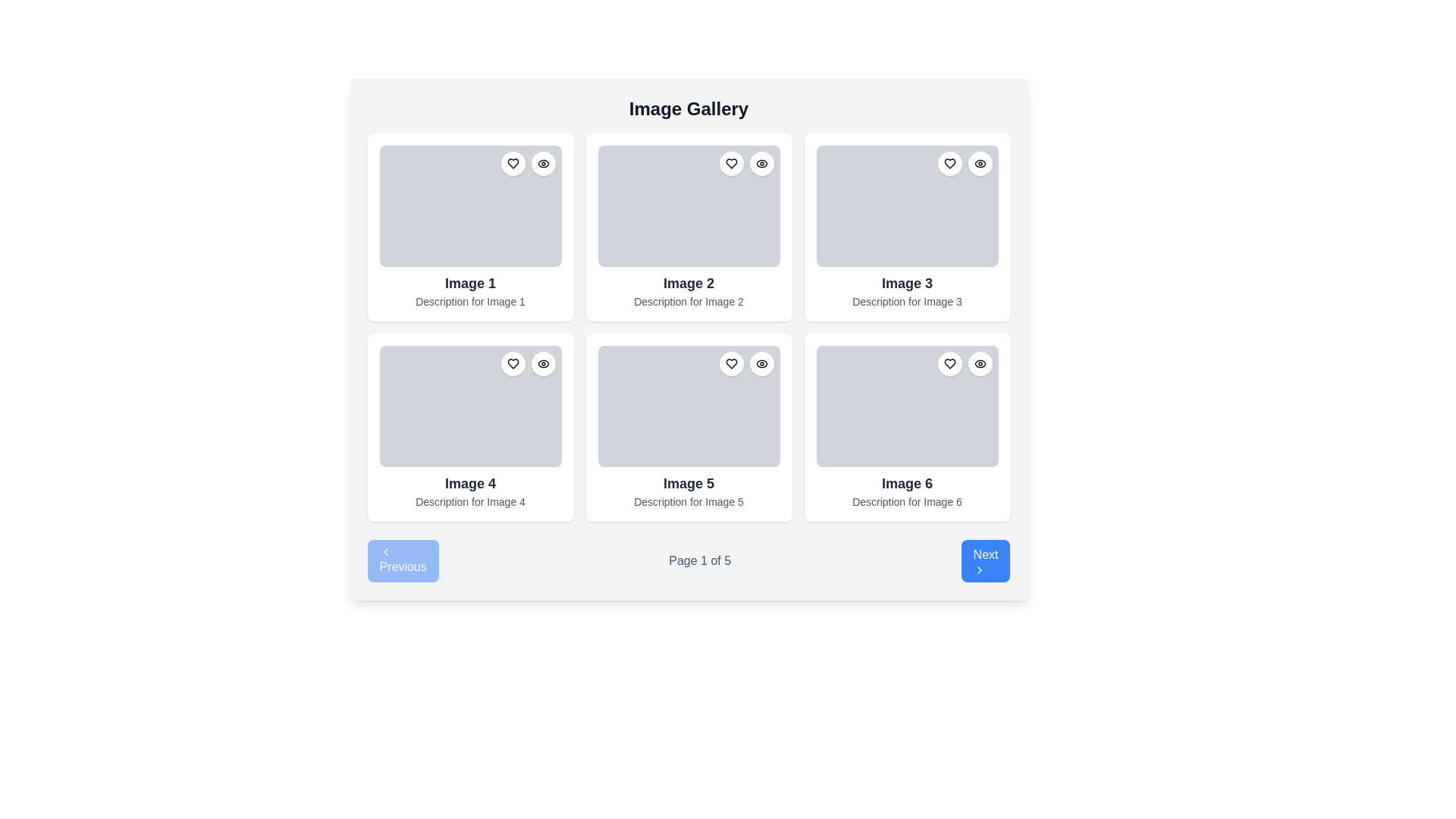 The height and width of the screenshot is (819, 1456). Describe the element at coordinates (964, 363) in the screenshot. I see `the heart icon in the top-right corner of the bottom-right image in the gallery grid to mark the image as a favorite` at that location.